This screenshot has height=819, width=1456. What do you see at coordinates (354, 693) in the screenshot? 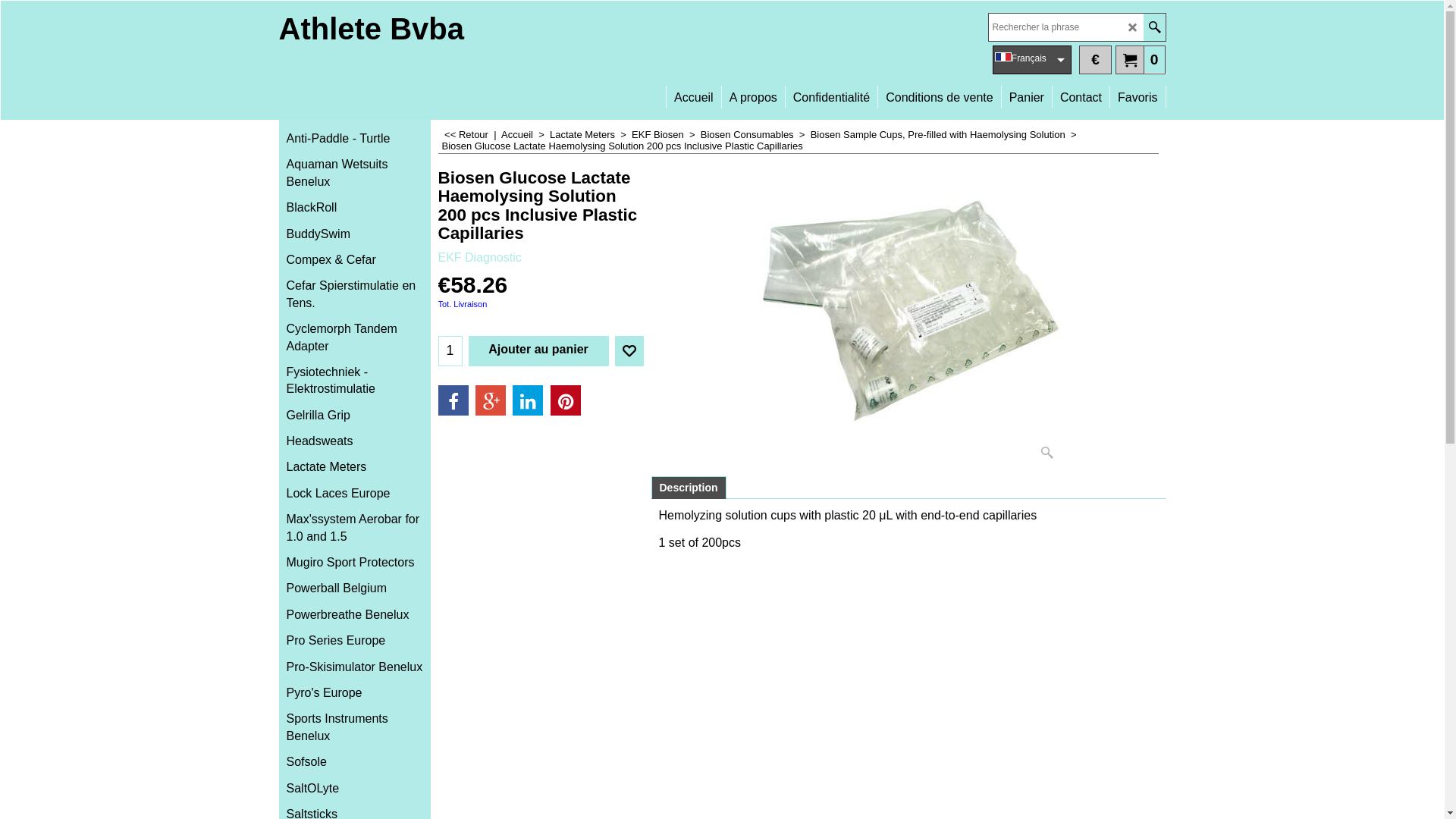
I see `'Pyro's Europe'` at bounding box center [354, 693].